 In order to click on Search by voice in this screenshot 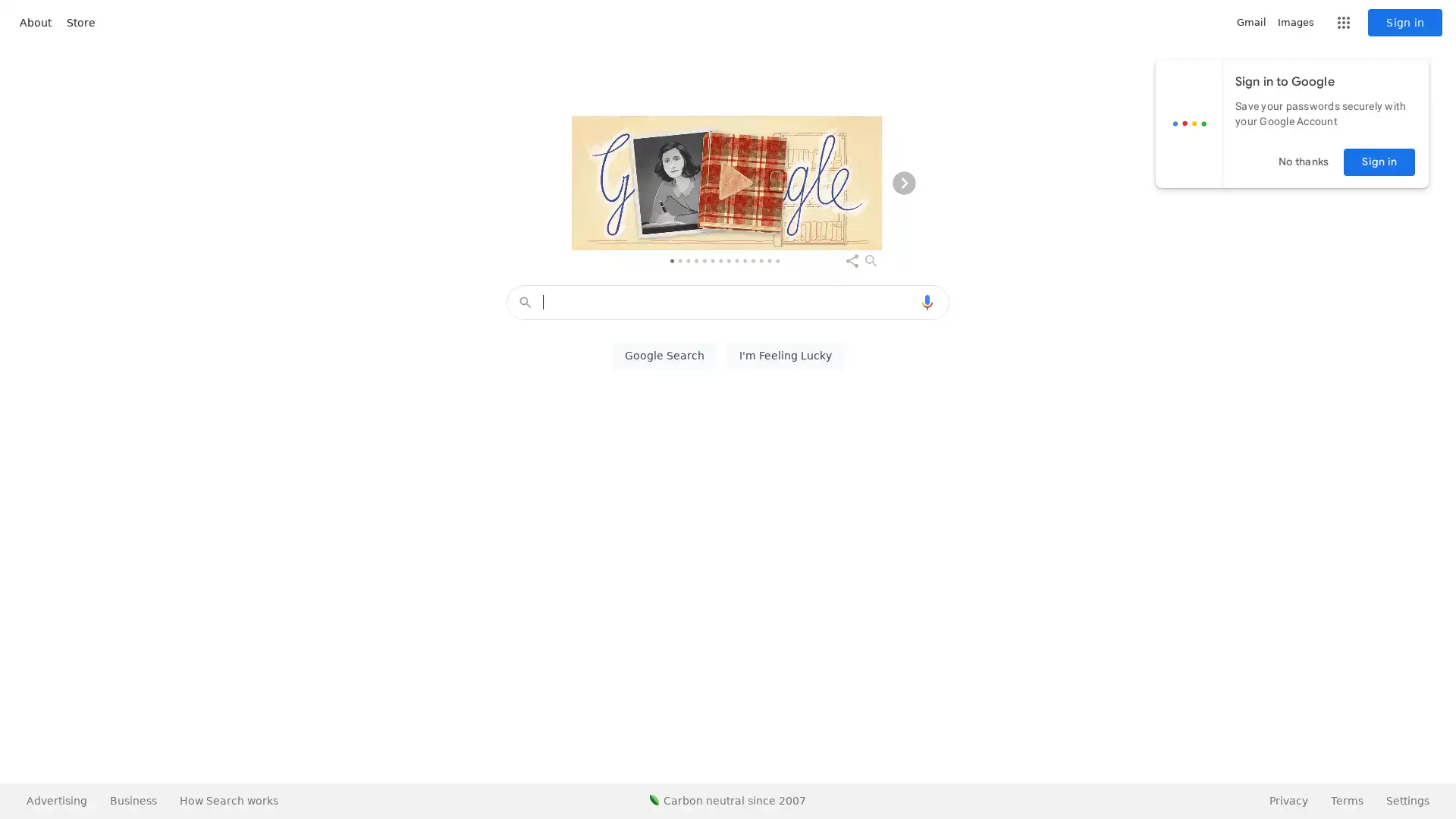, I will do `click(927, 302)`.